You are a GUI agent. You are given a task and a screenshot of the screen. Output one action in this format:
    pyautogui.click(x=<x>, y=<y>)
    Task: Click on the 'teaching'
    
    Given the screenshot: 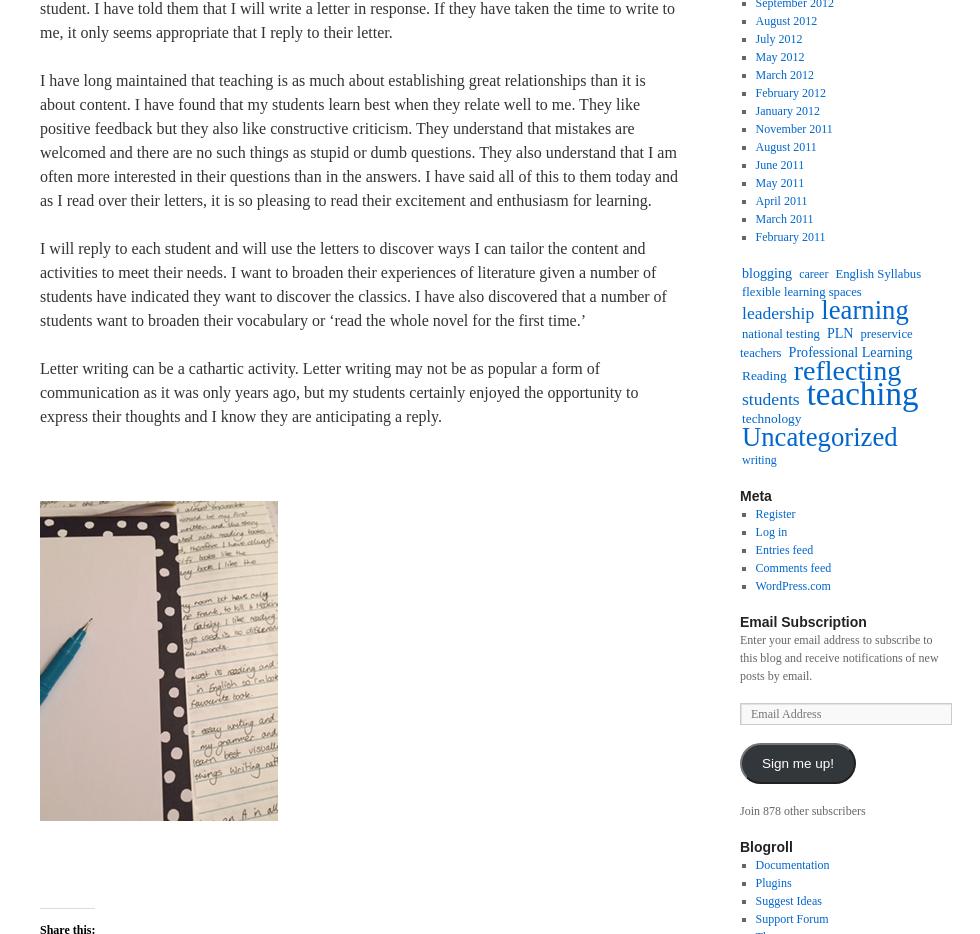 What is the action you would take?
    pyautogui.click(x=805, y=392)
    